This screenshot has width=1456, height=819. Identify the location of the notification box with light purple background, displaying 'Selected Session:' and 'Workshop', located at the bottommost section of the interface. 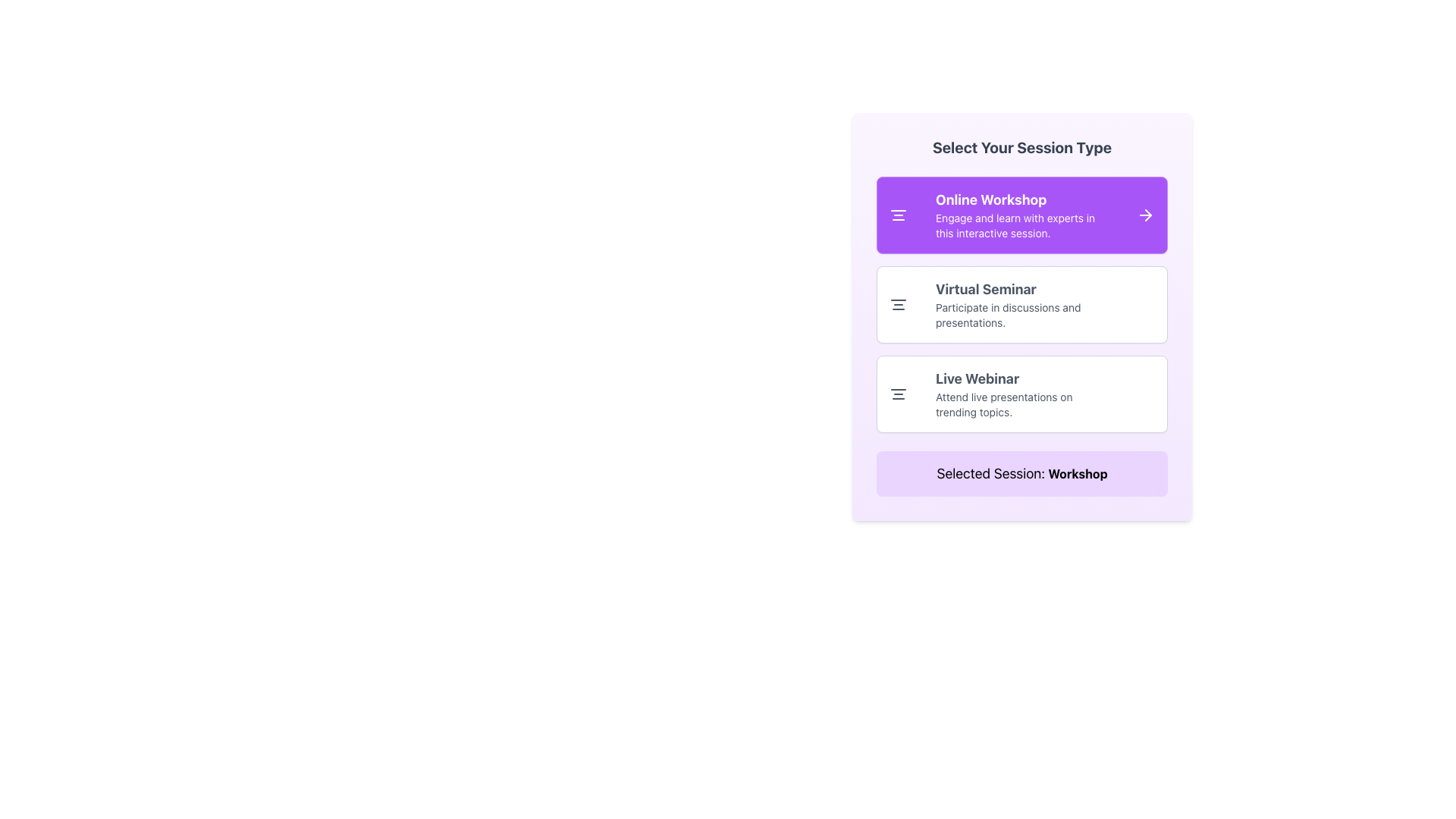
(1022, 472).